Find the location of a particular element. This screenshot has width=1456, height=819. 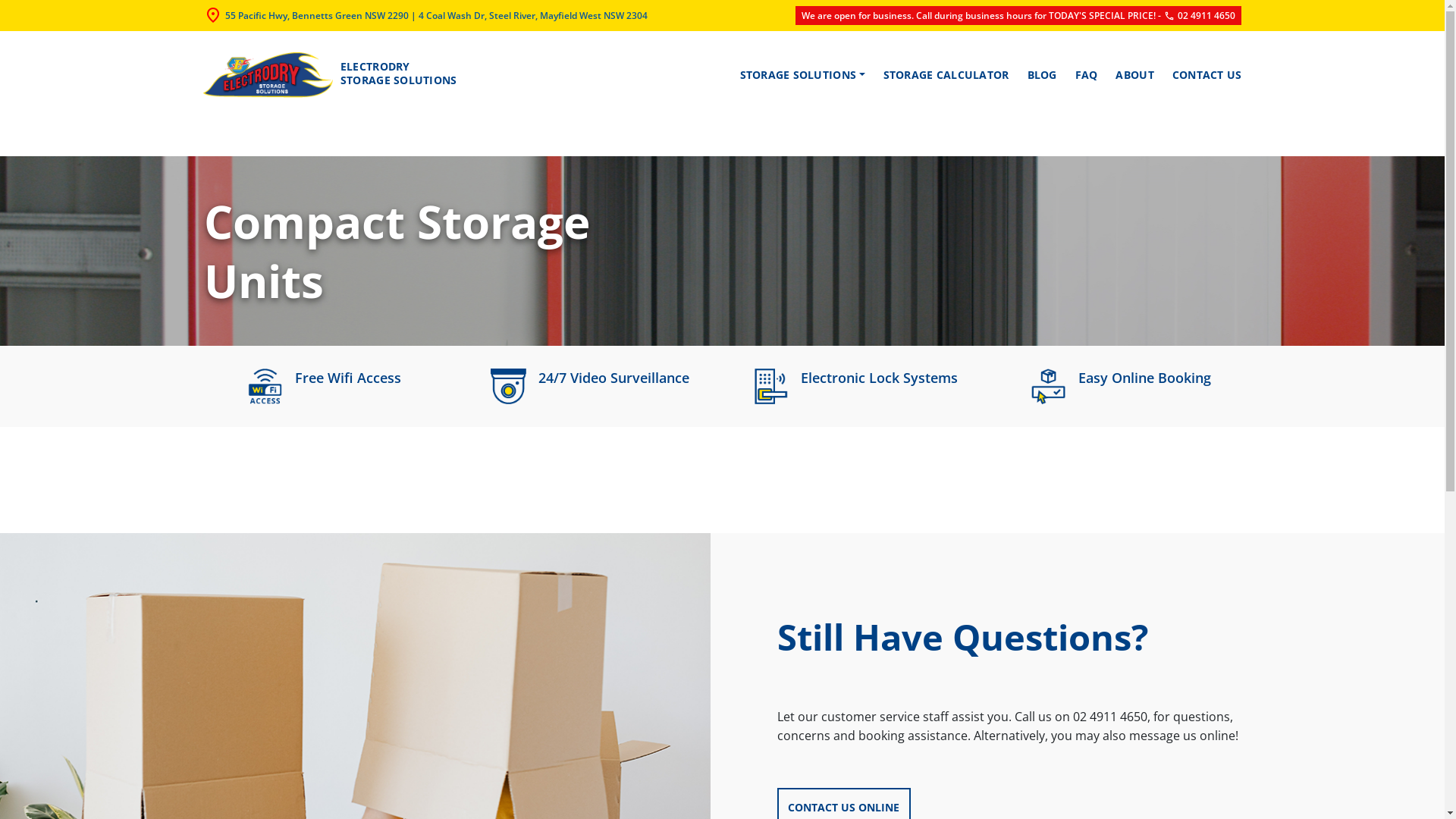

'4 Coal Wash Dr, Steel River, Mayfield West NSW 2304' is located at coordinates (532, 15).